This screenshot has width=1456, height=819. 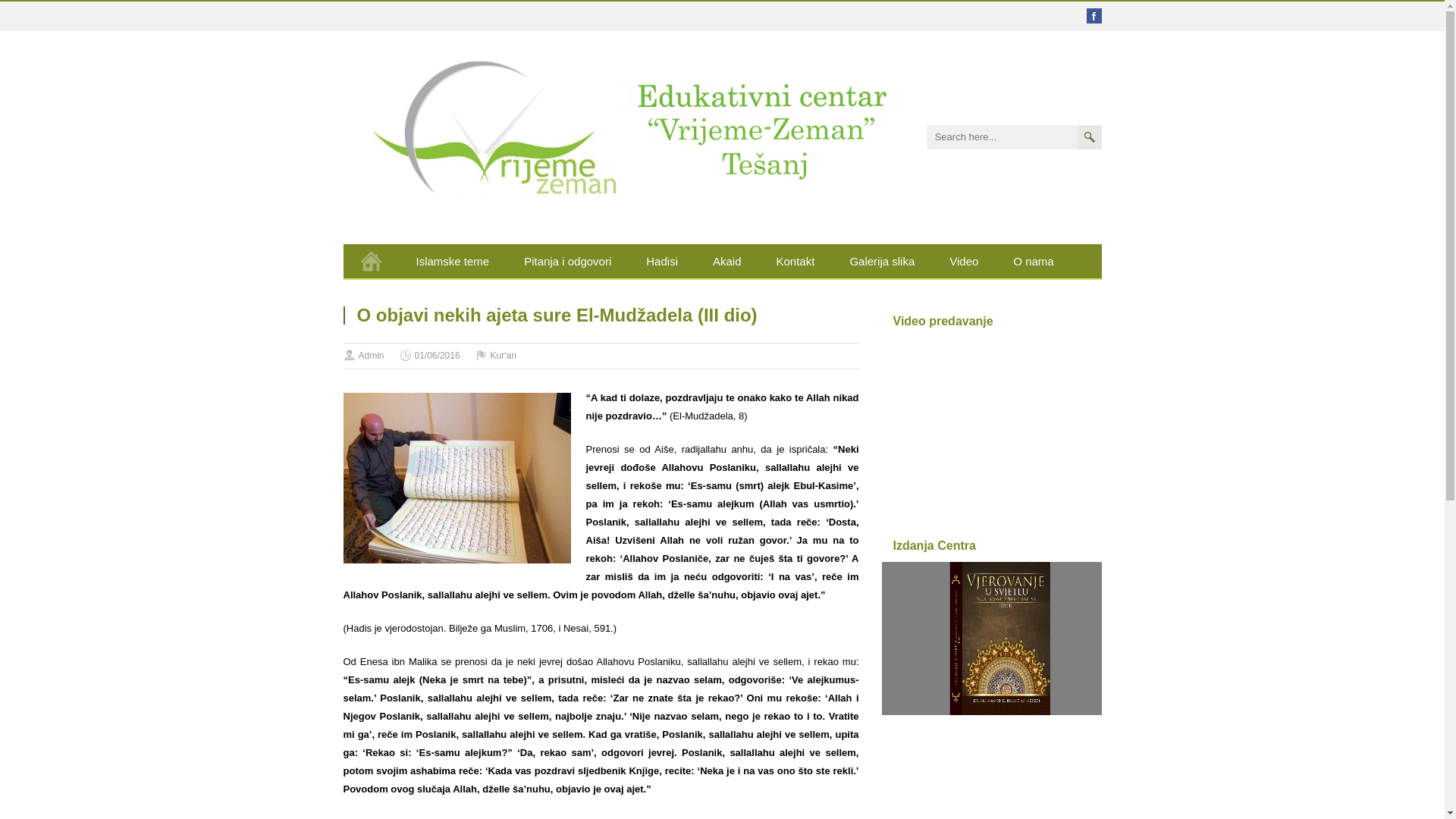 I want to click on 'Kur'an', so click(x=503, y=356).